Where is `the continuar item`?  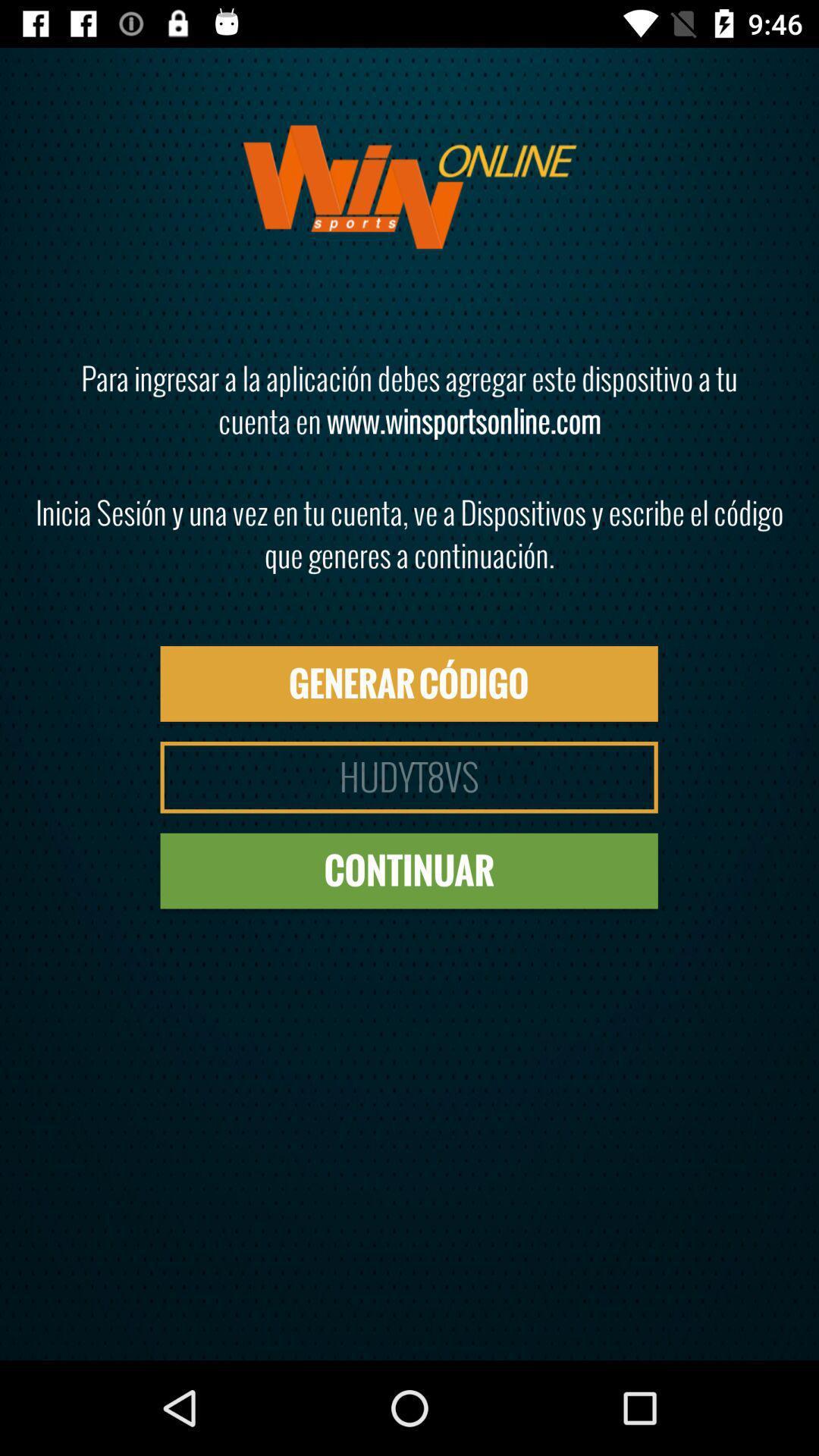 the continuar item is located at coordinates (408, 871).